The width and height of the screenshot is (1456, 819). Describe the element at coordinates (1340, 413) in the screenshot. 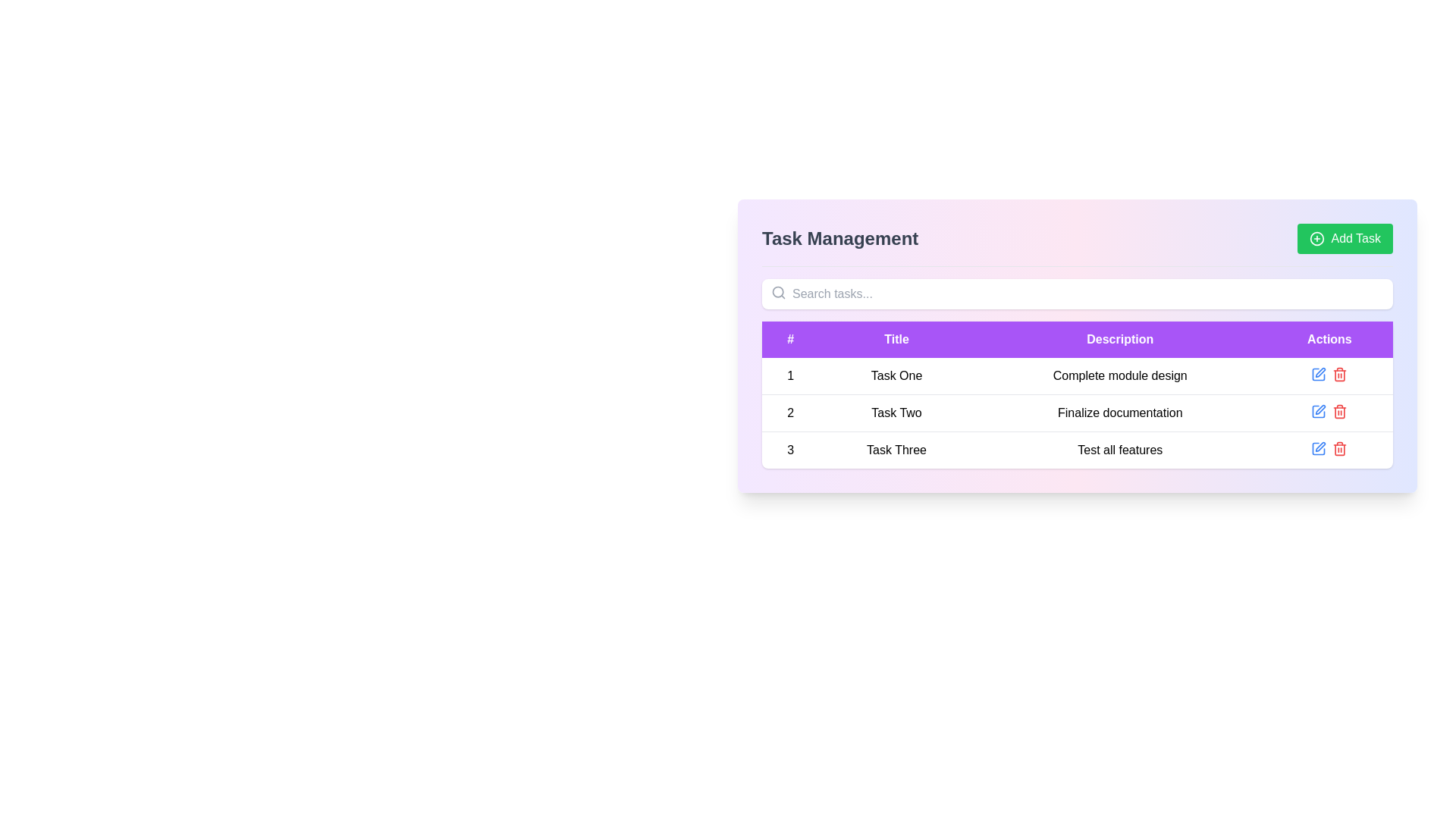

I see `the side panel of the trash can icon located in the 'Actions' column of the table for the third row` at that location.